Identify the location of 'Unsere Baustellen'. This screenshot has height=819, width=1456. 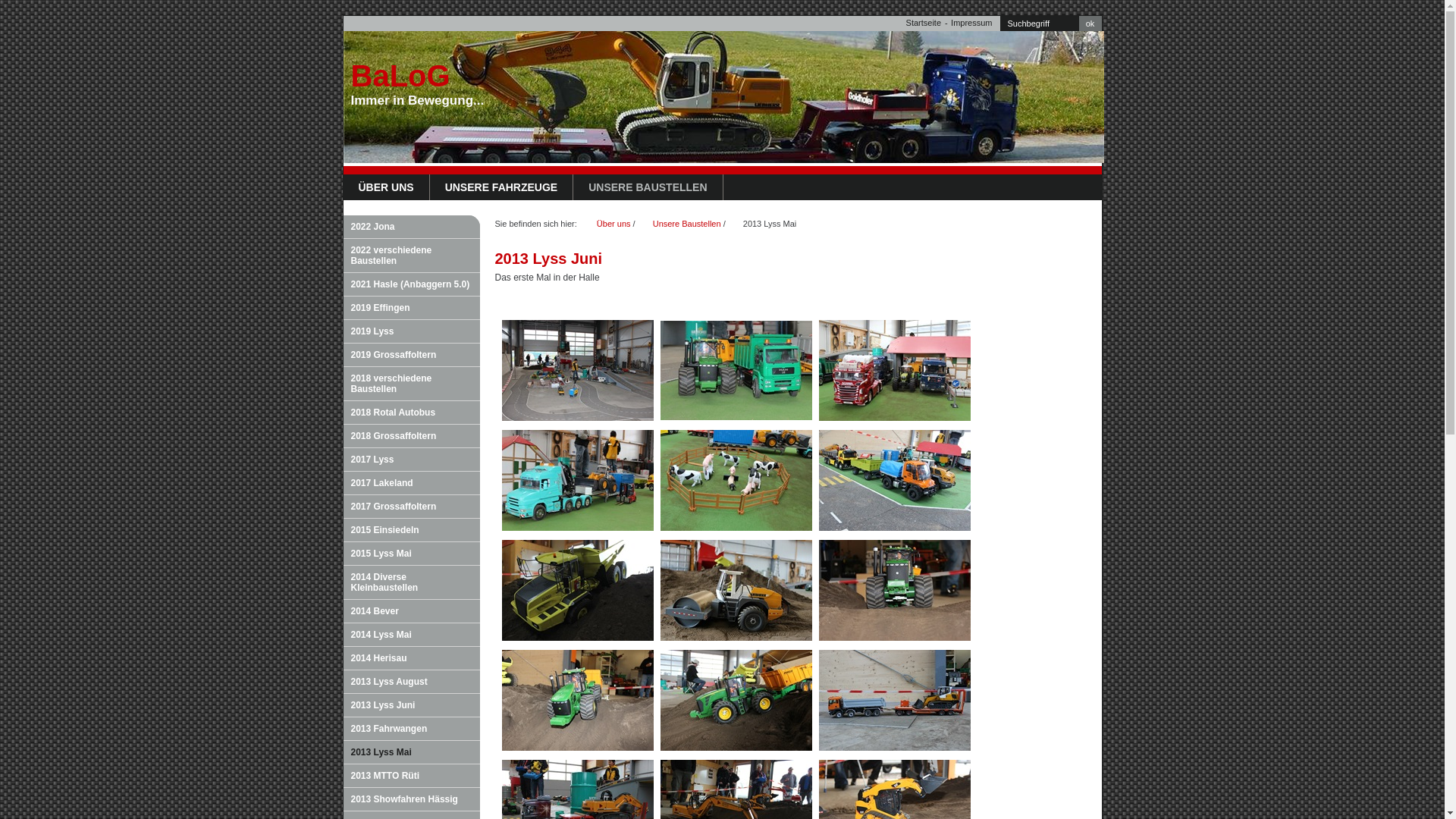
(686, 223).